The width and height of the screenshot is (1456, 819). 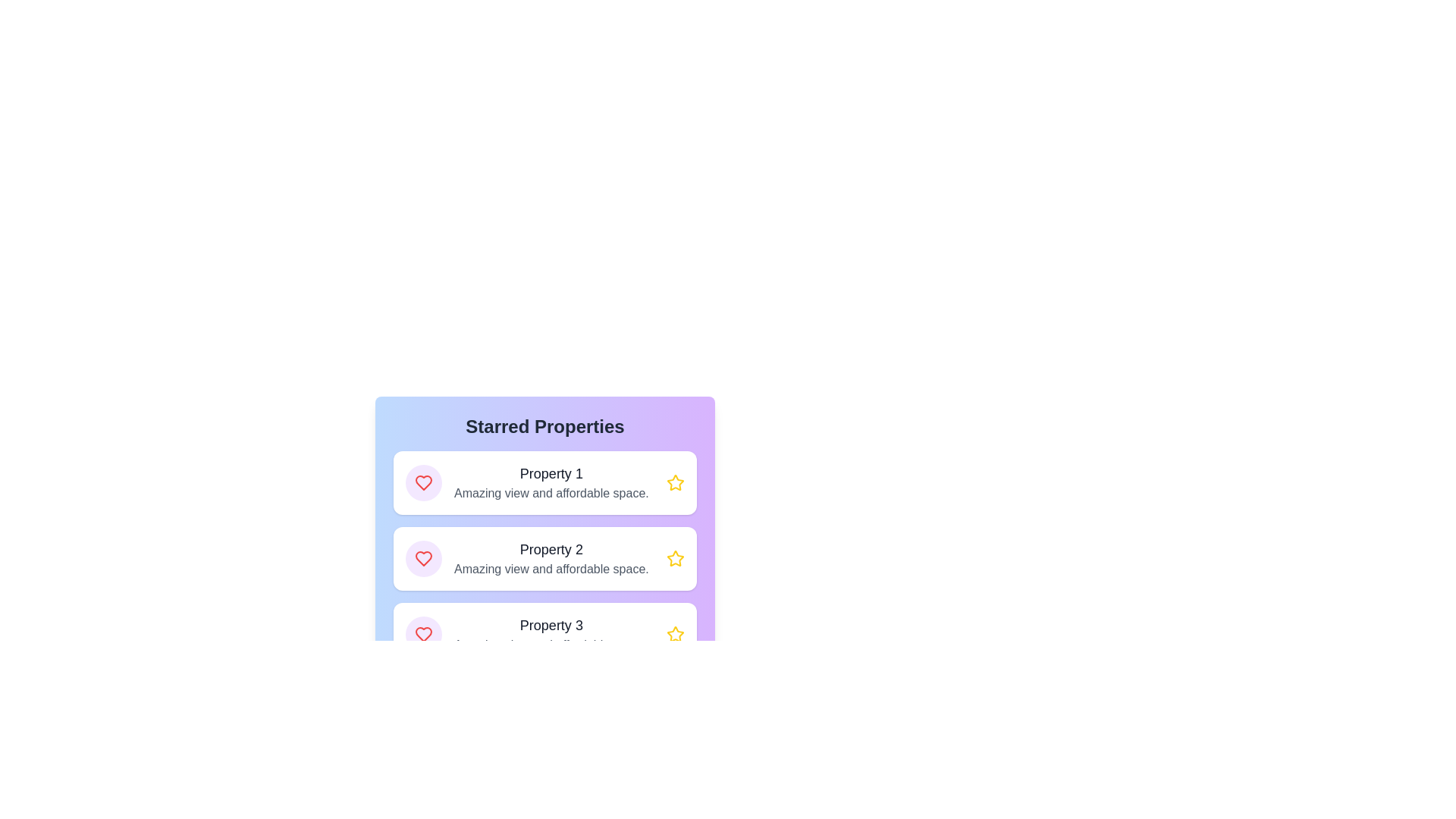 What do you see at coordinates (675, 482) in the screenshot?
I see `the star icon with a yellow outline in the top-right corner of the card labeled 'Property 1'` at bounding box center [675, 482].